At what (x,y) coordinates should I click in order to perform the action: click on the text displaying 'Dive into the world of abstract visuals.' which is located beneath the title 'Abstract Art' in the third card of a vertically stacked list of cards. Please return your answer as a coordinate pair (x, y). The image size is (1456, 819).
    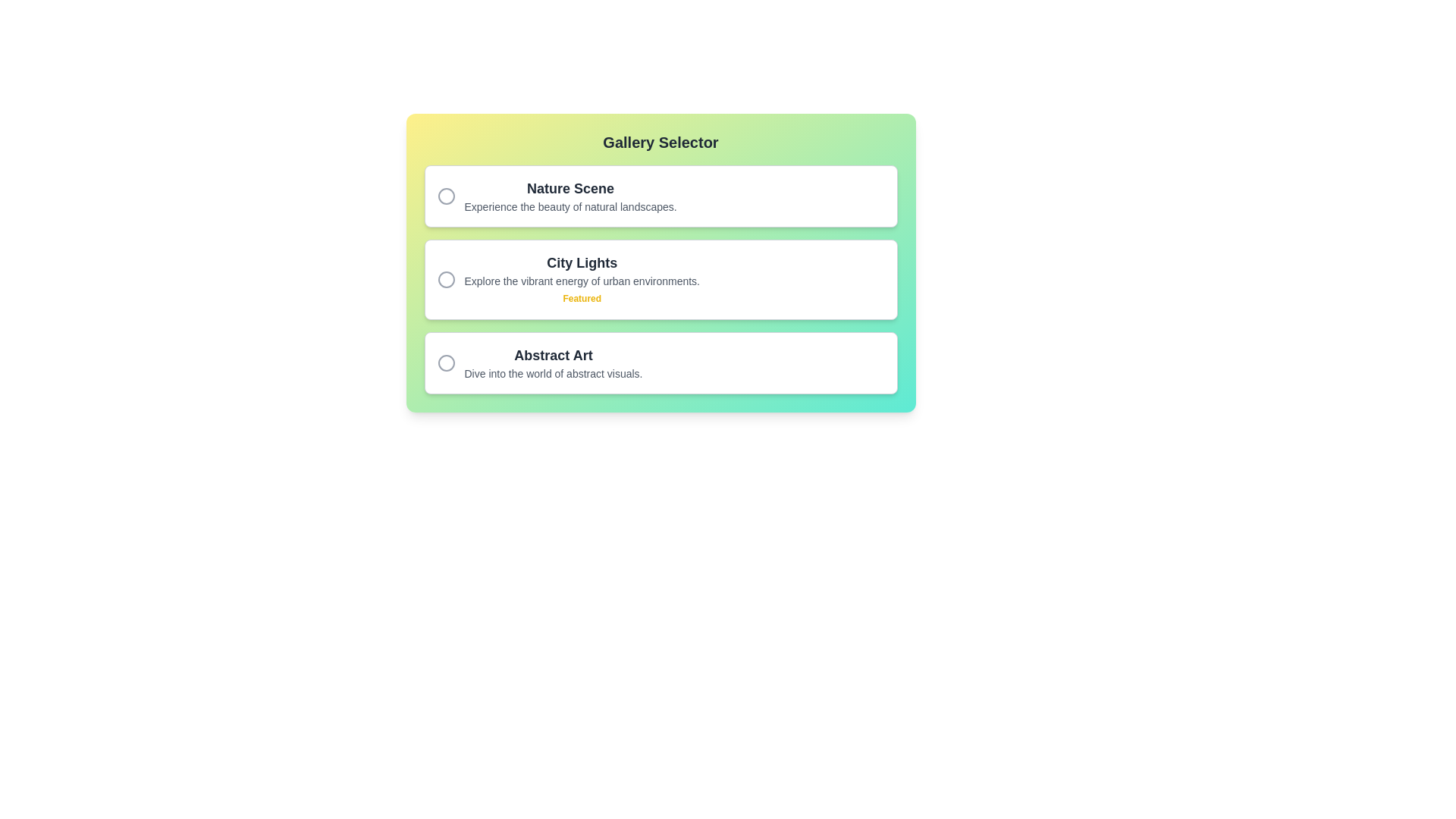
    Looking at the image, I should click on (552, 374).